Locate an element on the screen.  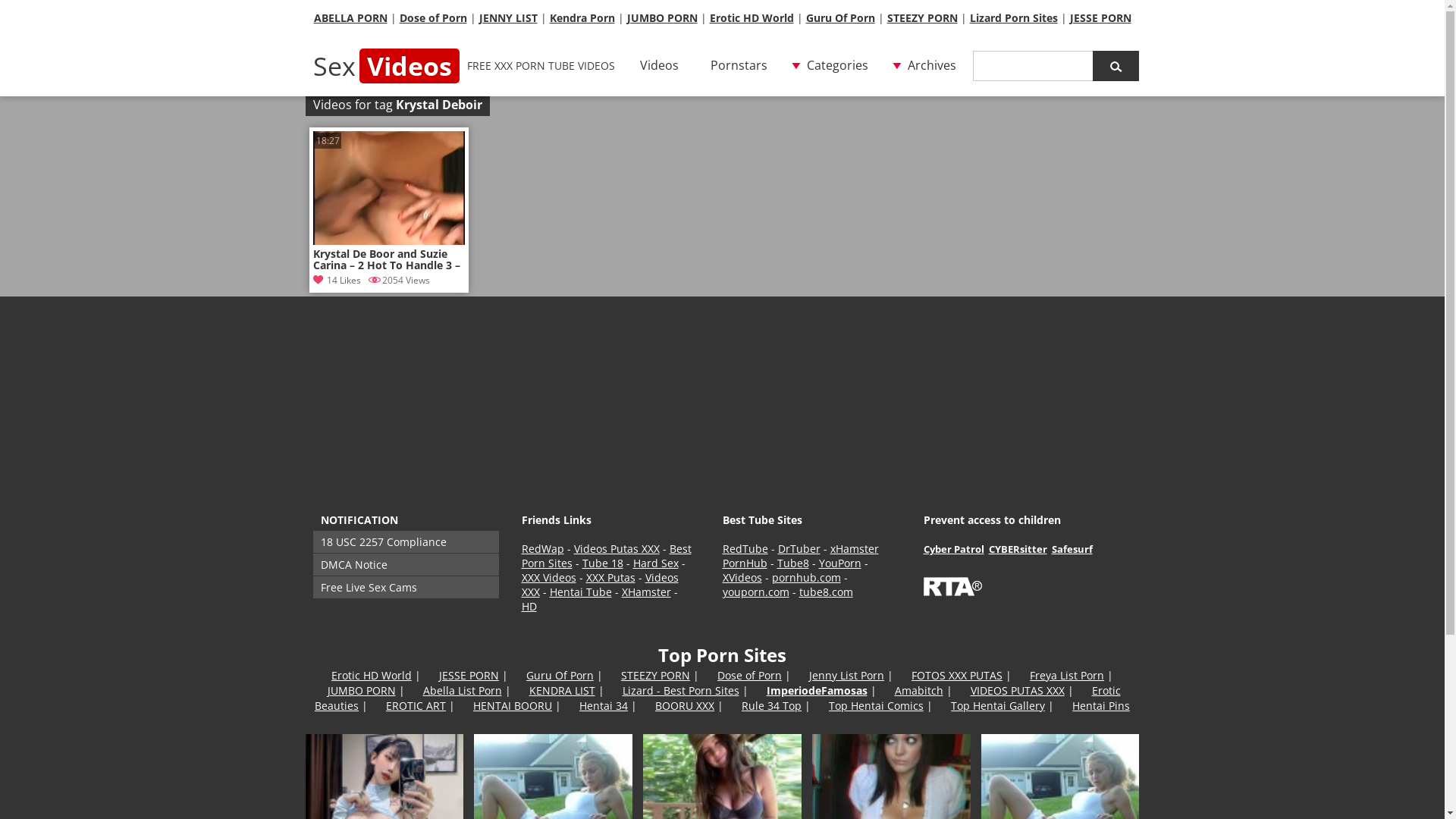
'KENDRA LIST' is located at coordinates (529, 690).